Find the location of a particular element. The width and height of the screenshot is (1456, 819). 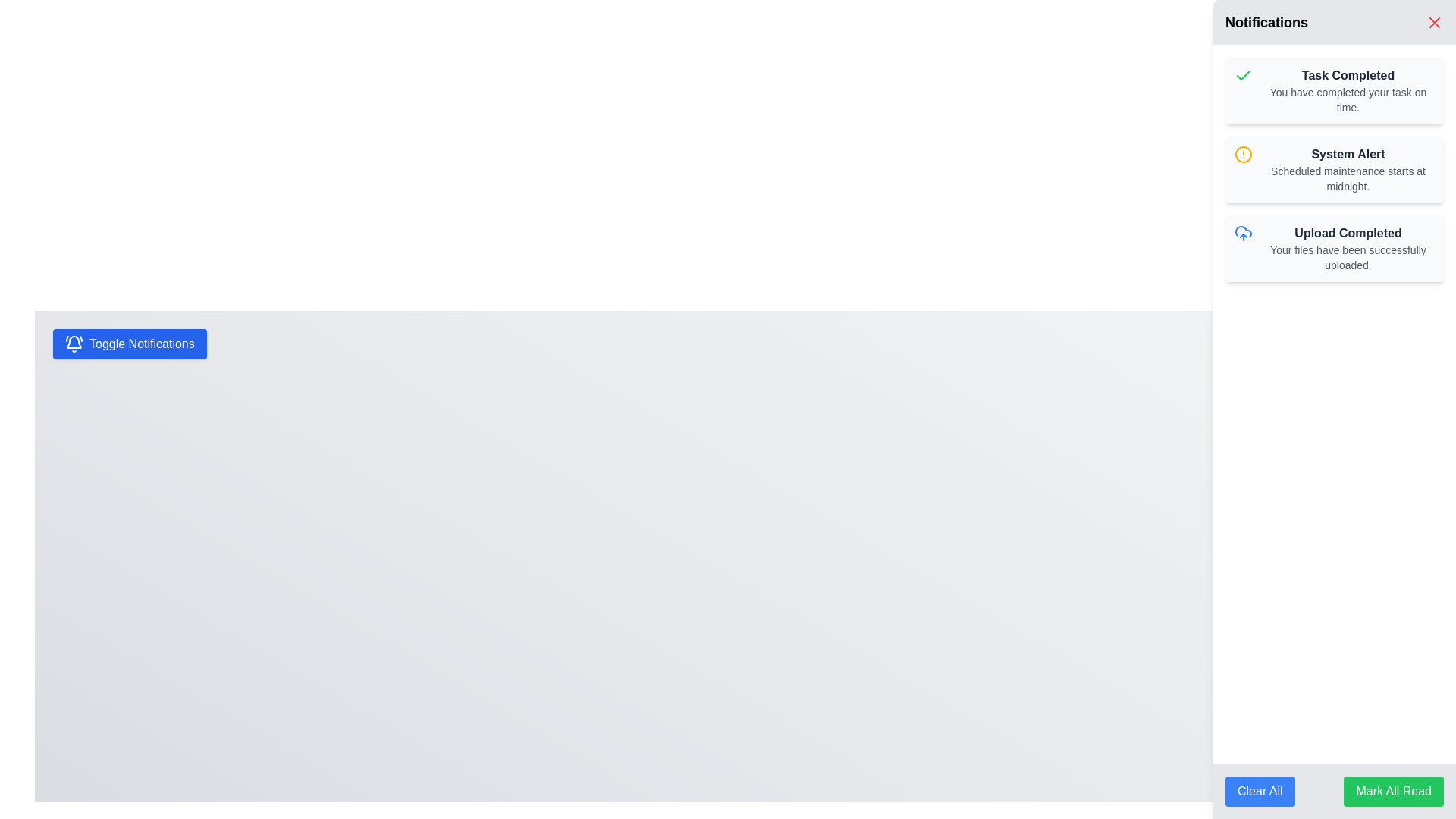

the notification card with the title 'Task Completed' and a green checkmark icon, which is the first card in the right-hand sidebar of the Notifications panel is located at coordinates (1335, 90).